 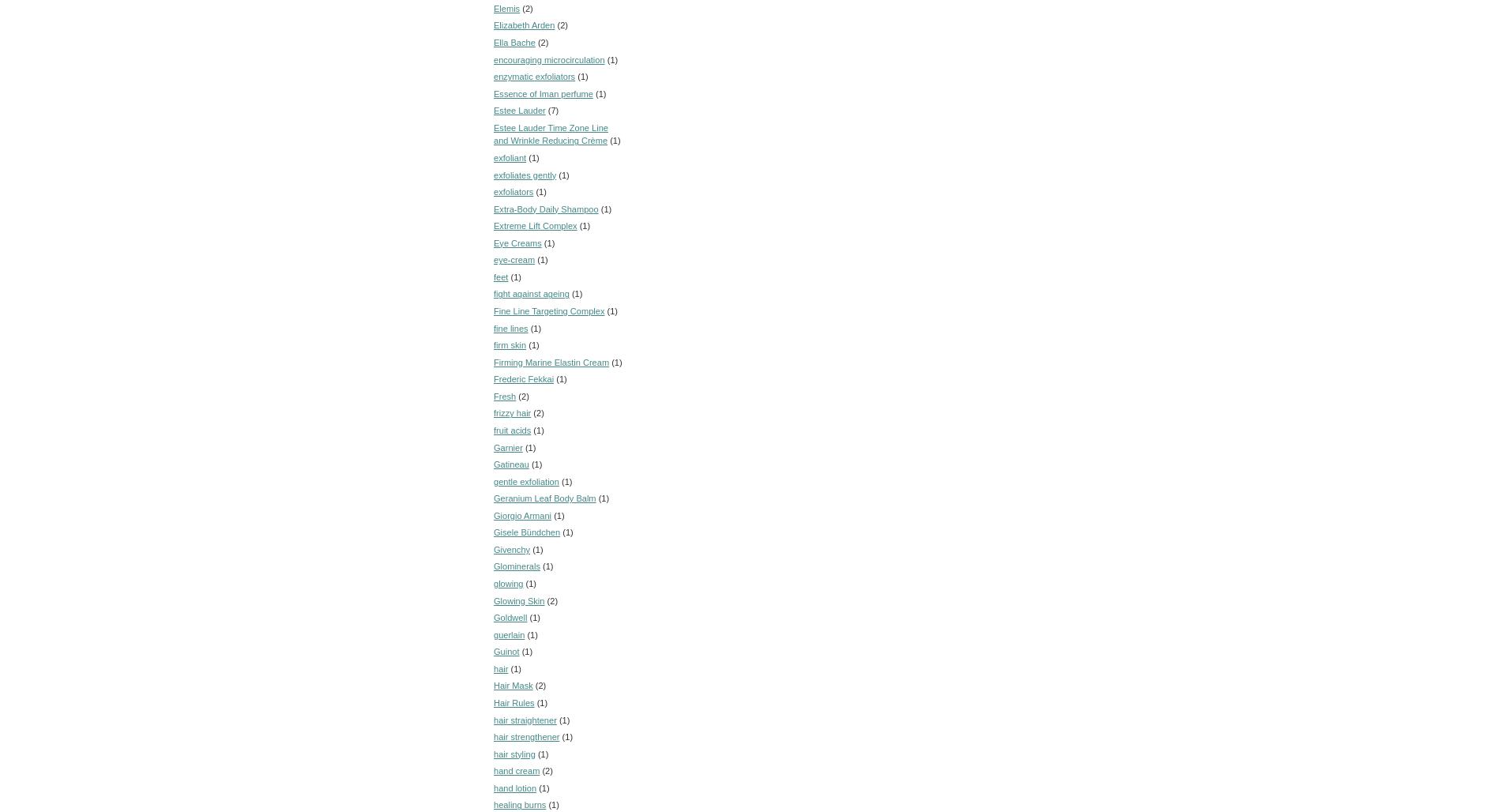 What do you see at coordinates (493, 311) in the screenshot?
I see `'Fine Line Targeting Complex'` at bounding box center [493, 311].